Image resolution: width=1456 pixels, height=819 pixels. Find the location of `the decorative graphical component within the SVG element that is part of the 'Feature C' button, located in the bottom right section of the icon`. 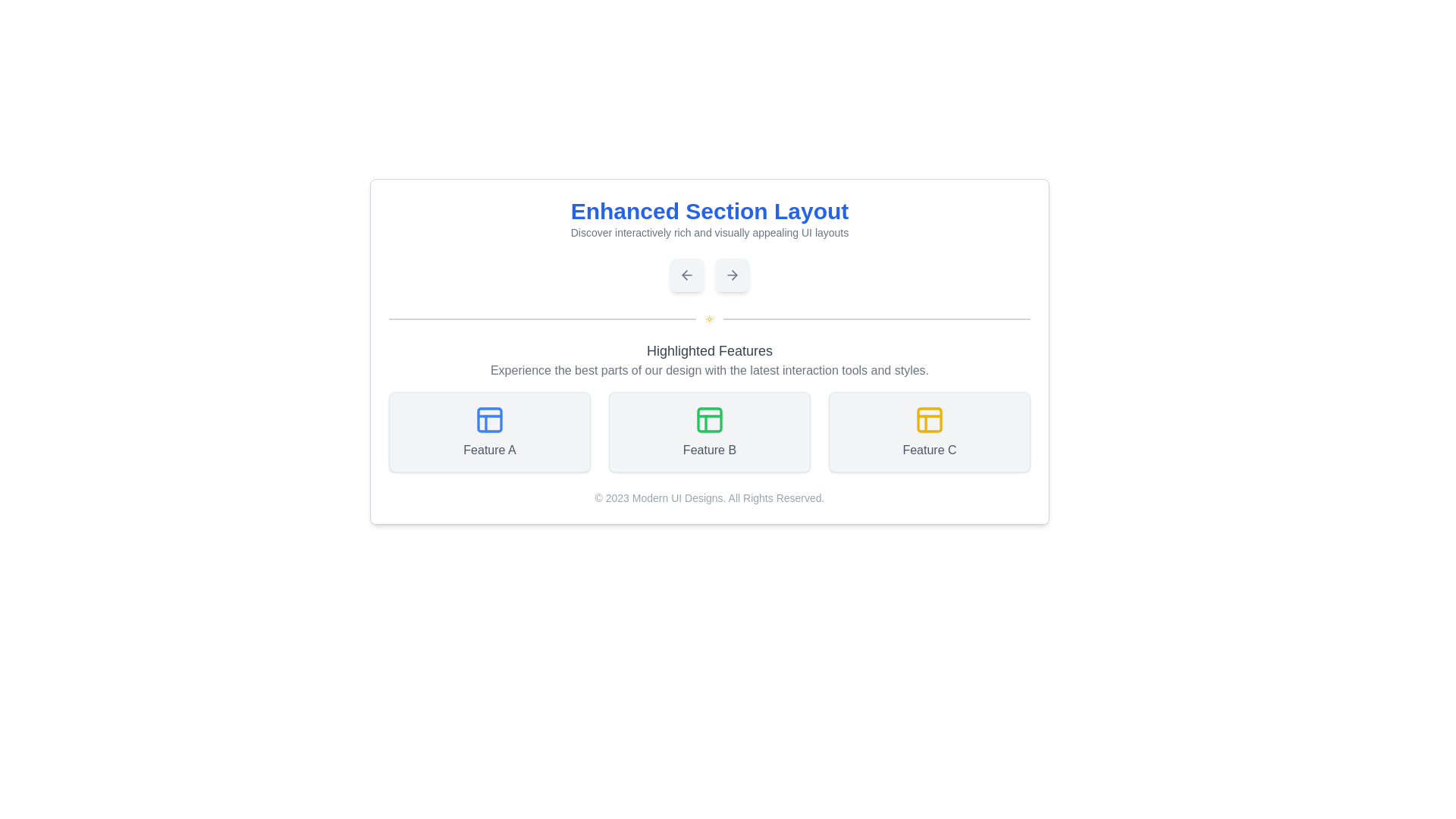

the decorative graphical component within the SVG element that is part of the 'Feature C' button, located in the bottom right section of the icon is located at coordinates (928, 420).